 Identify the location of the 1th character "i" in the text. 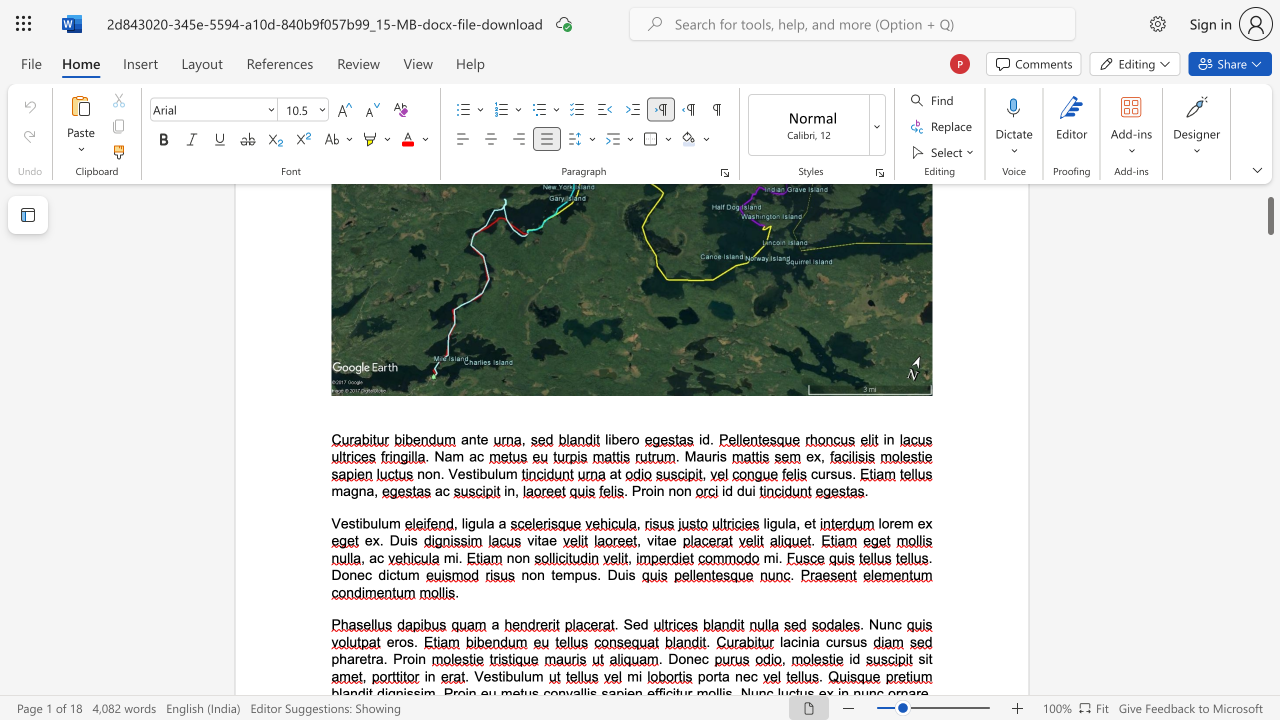
(798, 642).